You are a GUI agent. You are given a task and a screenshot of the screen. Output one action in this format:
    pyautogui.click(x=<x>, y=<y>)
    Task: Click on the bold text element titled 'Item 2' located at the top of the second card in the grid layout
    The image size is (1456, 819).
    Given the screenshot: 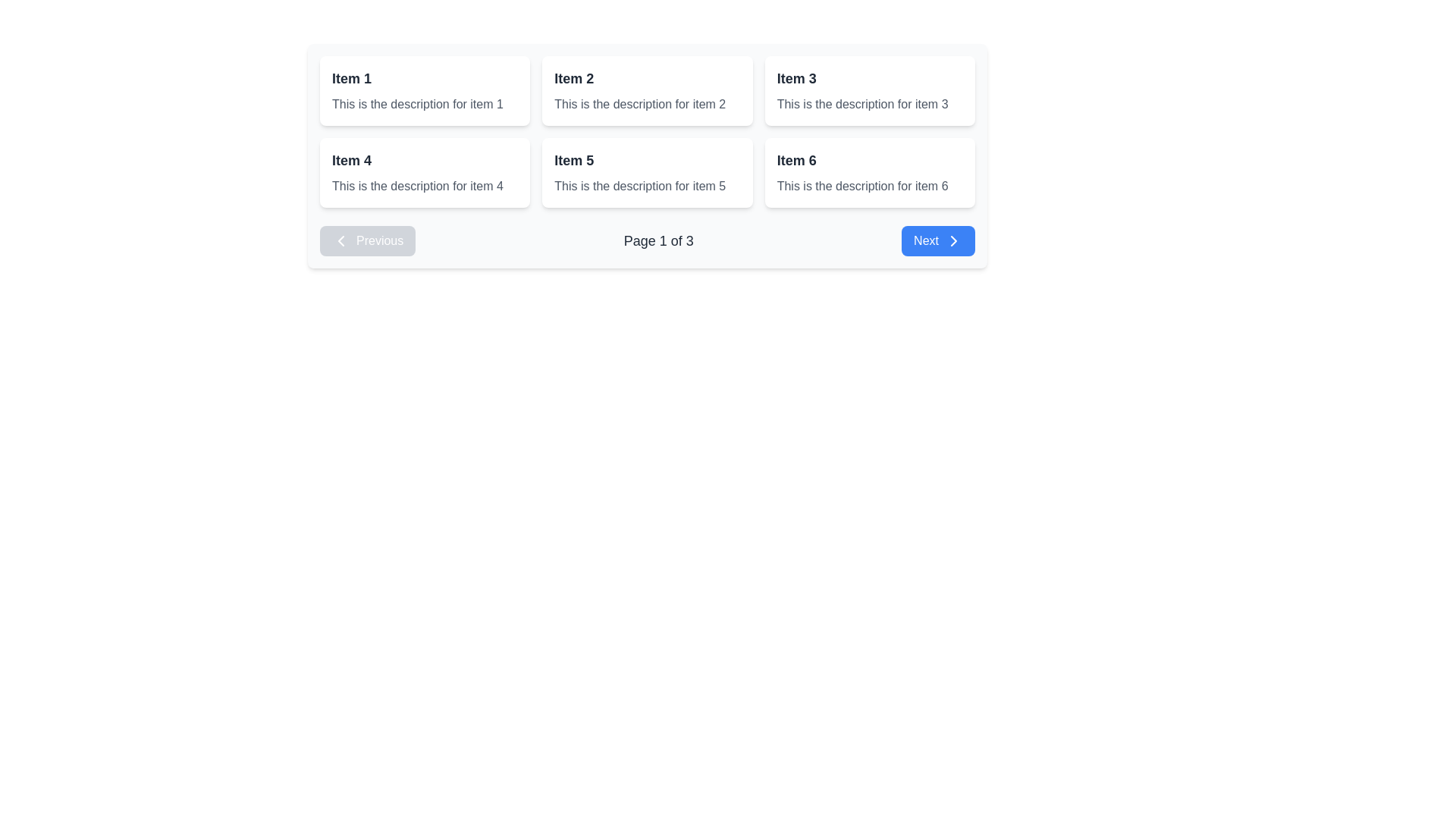 What is the action you would take?
    pyautogui.click(x=573, y=79)
    